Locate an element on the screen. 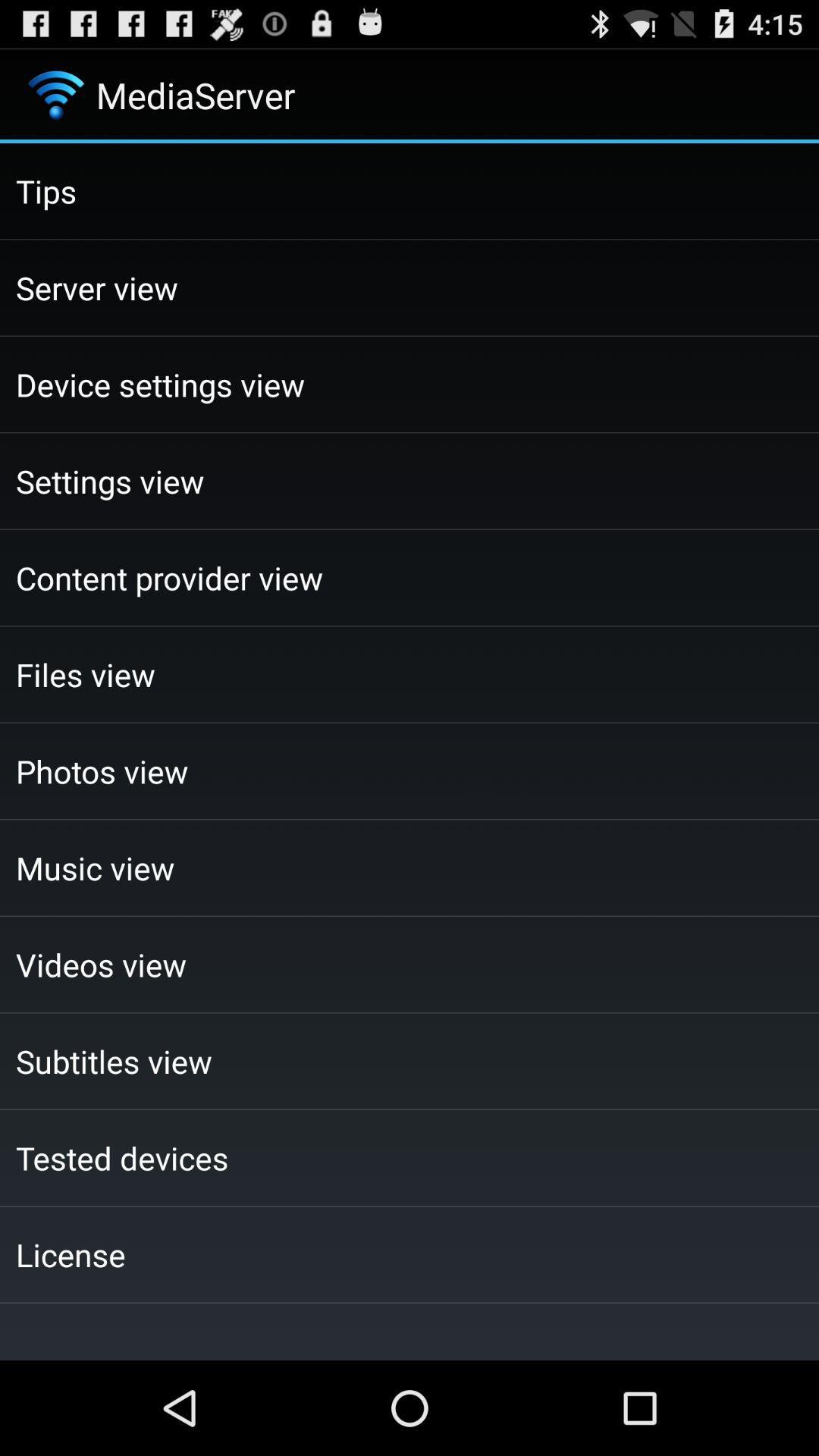 This screenshot has width=819, height=1456. the icon above the music view is located at coordinates (409, 771).